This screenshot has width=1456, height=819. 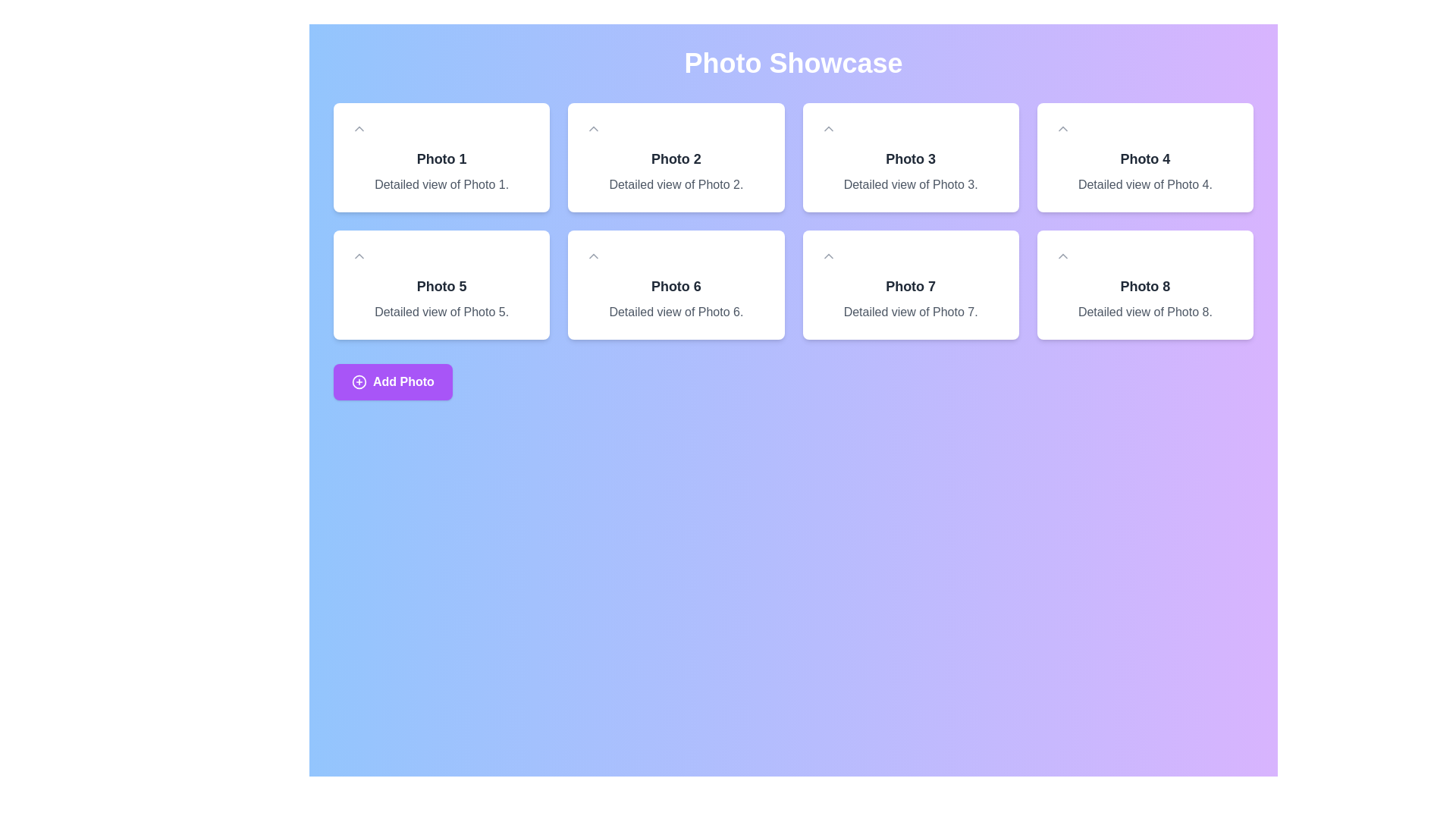 I want to click on the text label reading 'Detailed view of Photo 7.' located beneath the title 'Photo 7' in the photo card interface, so click(x=910, y=312).